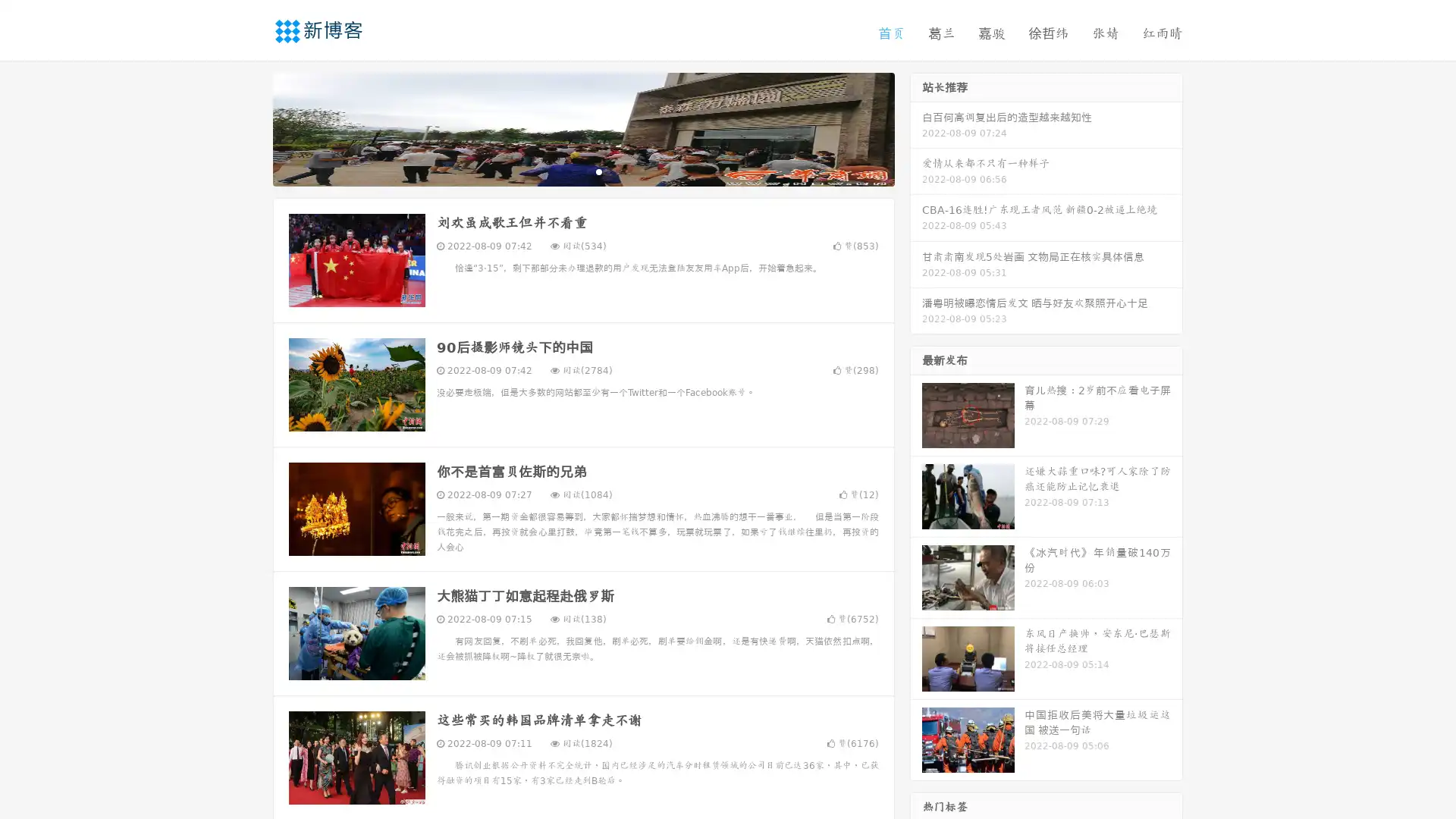  I want to click on Next slide, so click(916, 127).